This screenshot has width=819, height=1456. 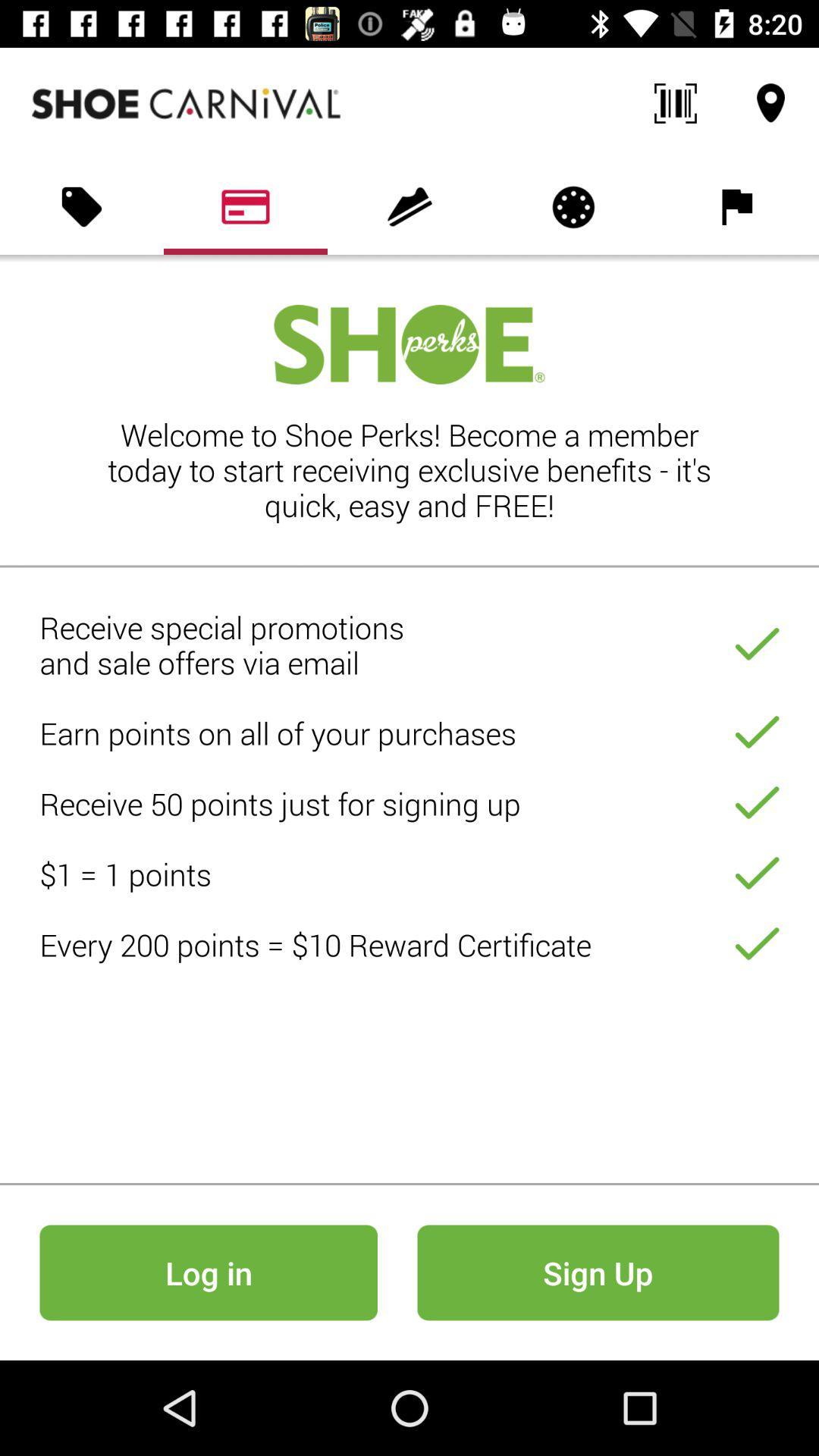 What do you see at coordinates (598, 1273) in the screenshot?
I see `the button which is to the right side of the login` at bounding box center [598, 1273].